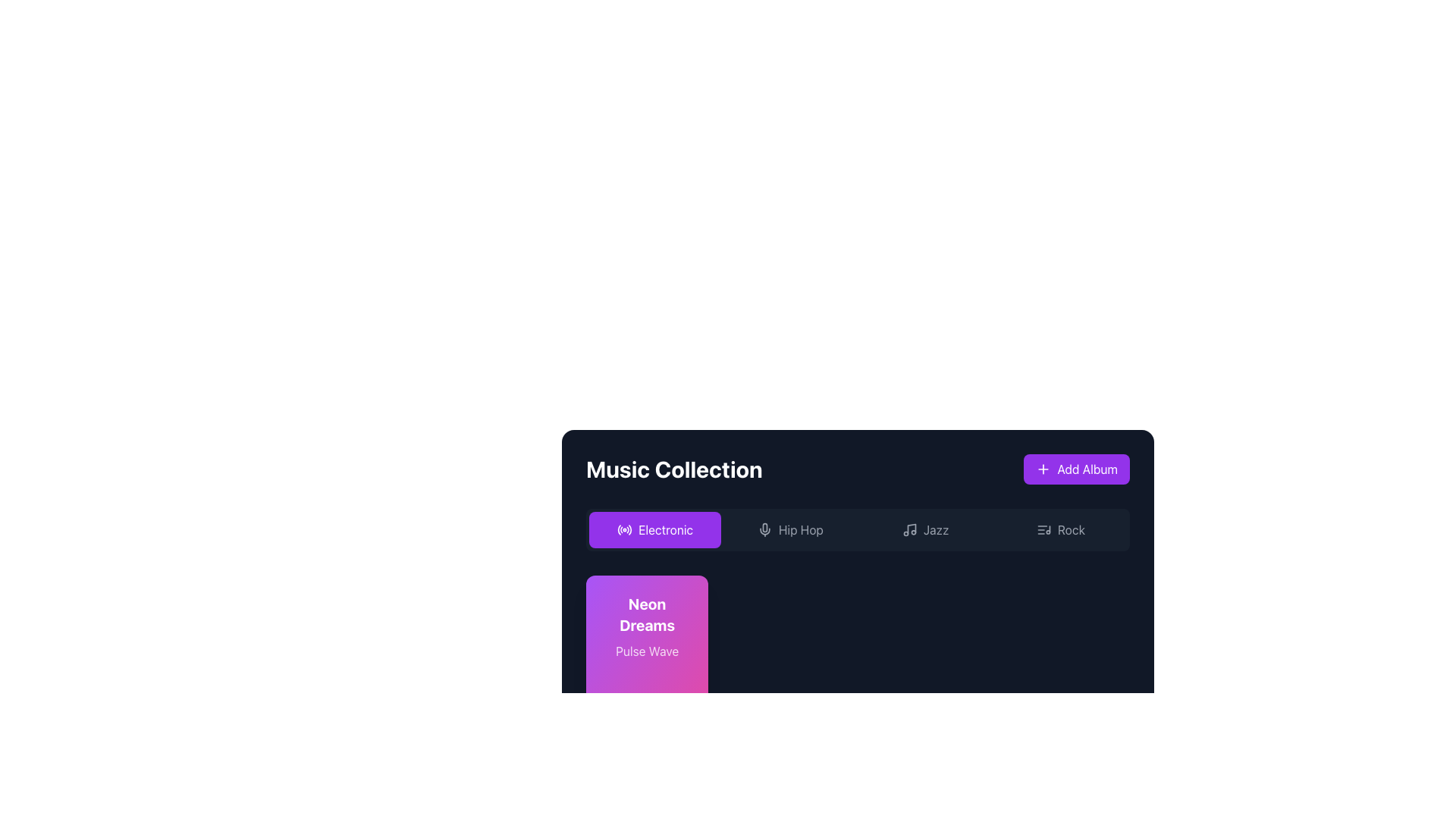  What do you see at coordinates (647, 626) in the screenshot?
I see `the text display element titled 'Neon Dreams' with the subtitle 'Pulse Wave', which is part of the 'Music Collection' section, located below the 'Electronic' category button` at bounding box center [647, 626].